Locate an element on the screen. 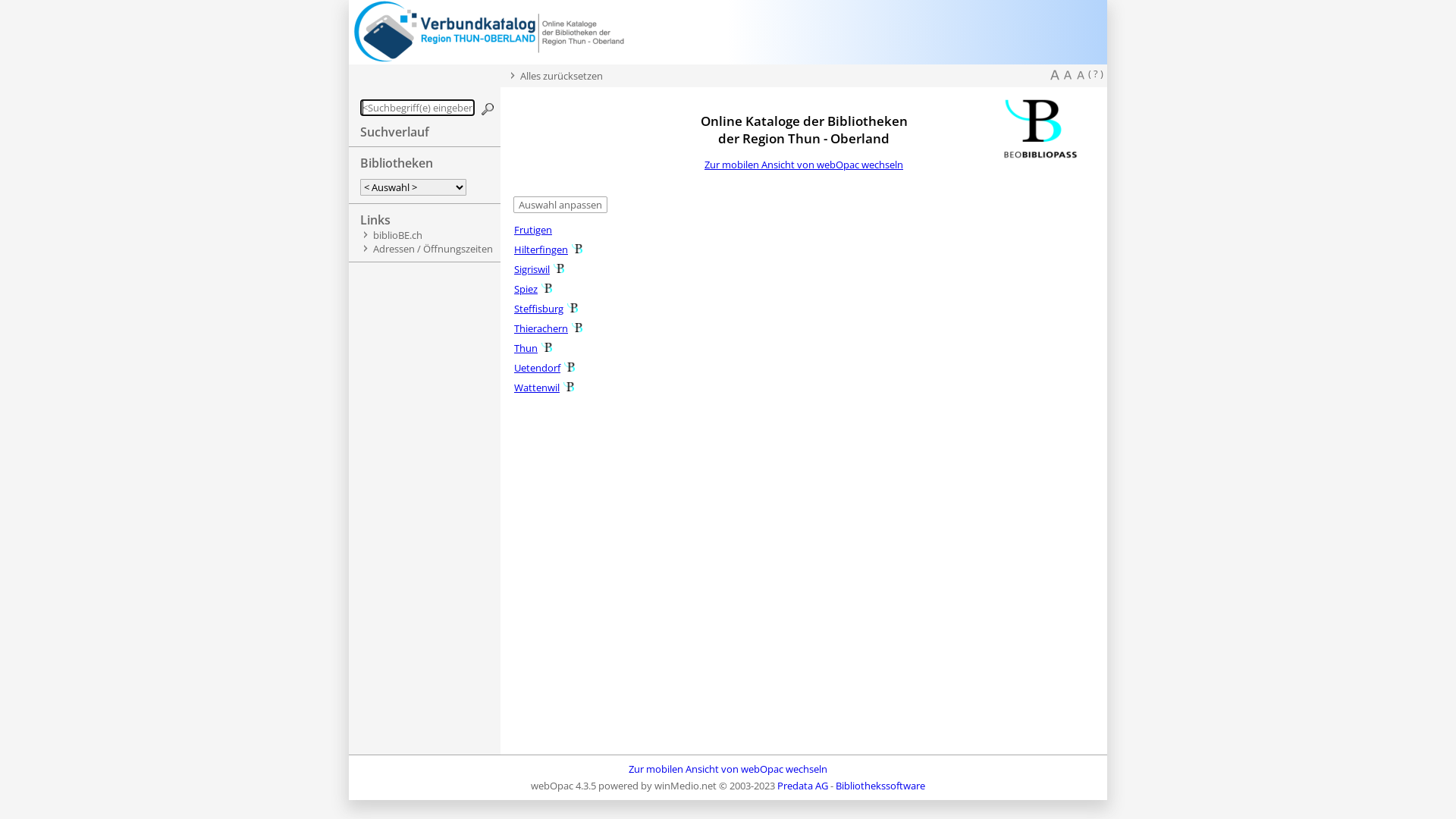 This screenshot has width=1456, height=819. 'Steffisburg' is located at coordinates (538, 308).